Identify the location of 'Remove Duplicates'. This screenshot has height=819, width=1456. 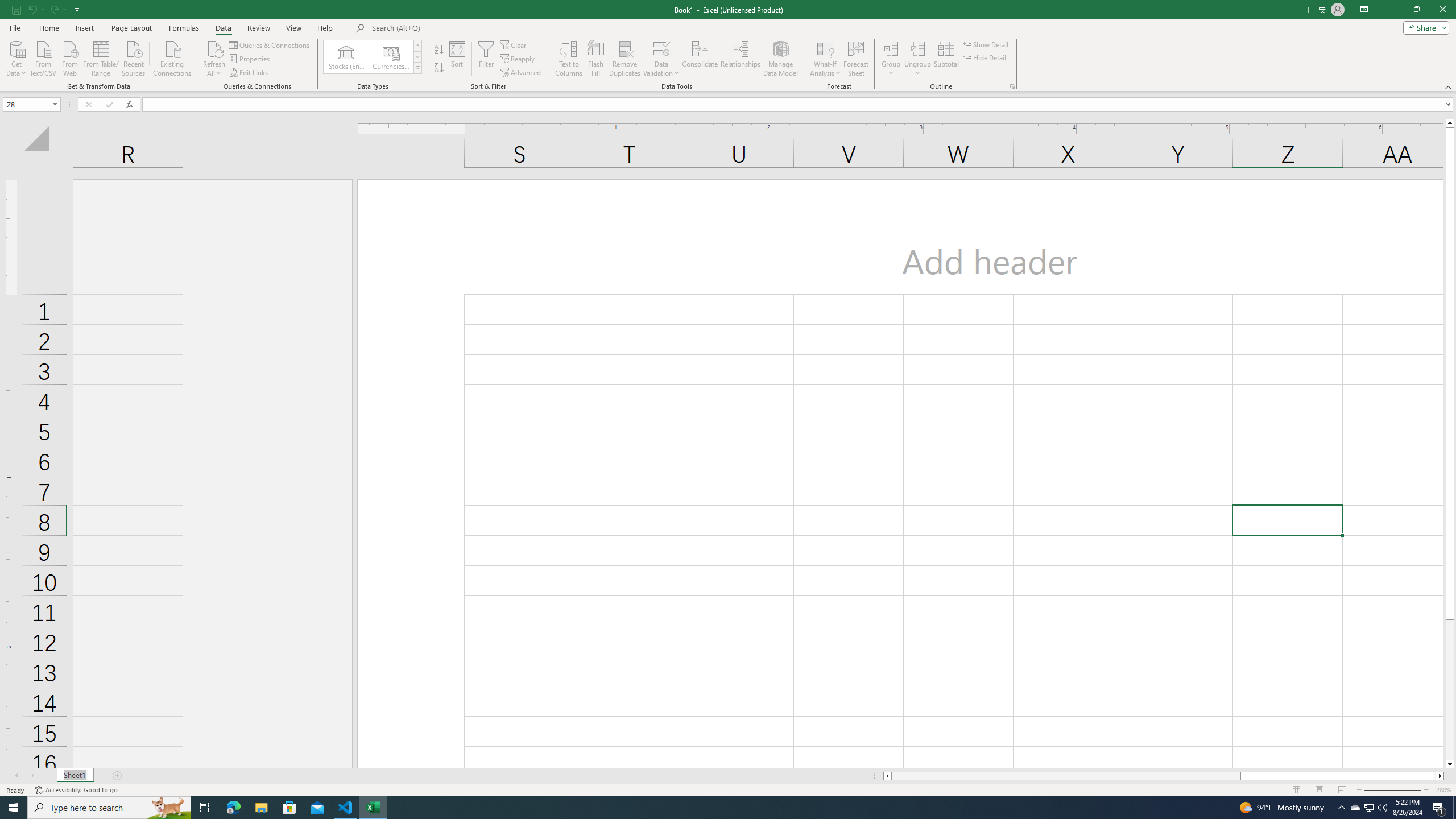
(624, 59).